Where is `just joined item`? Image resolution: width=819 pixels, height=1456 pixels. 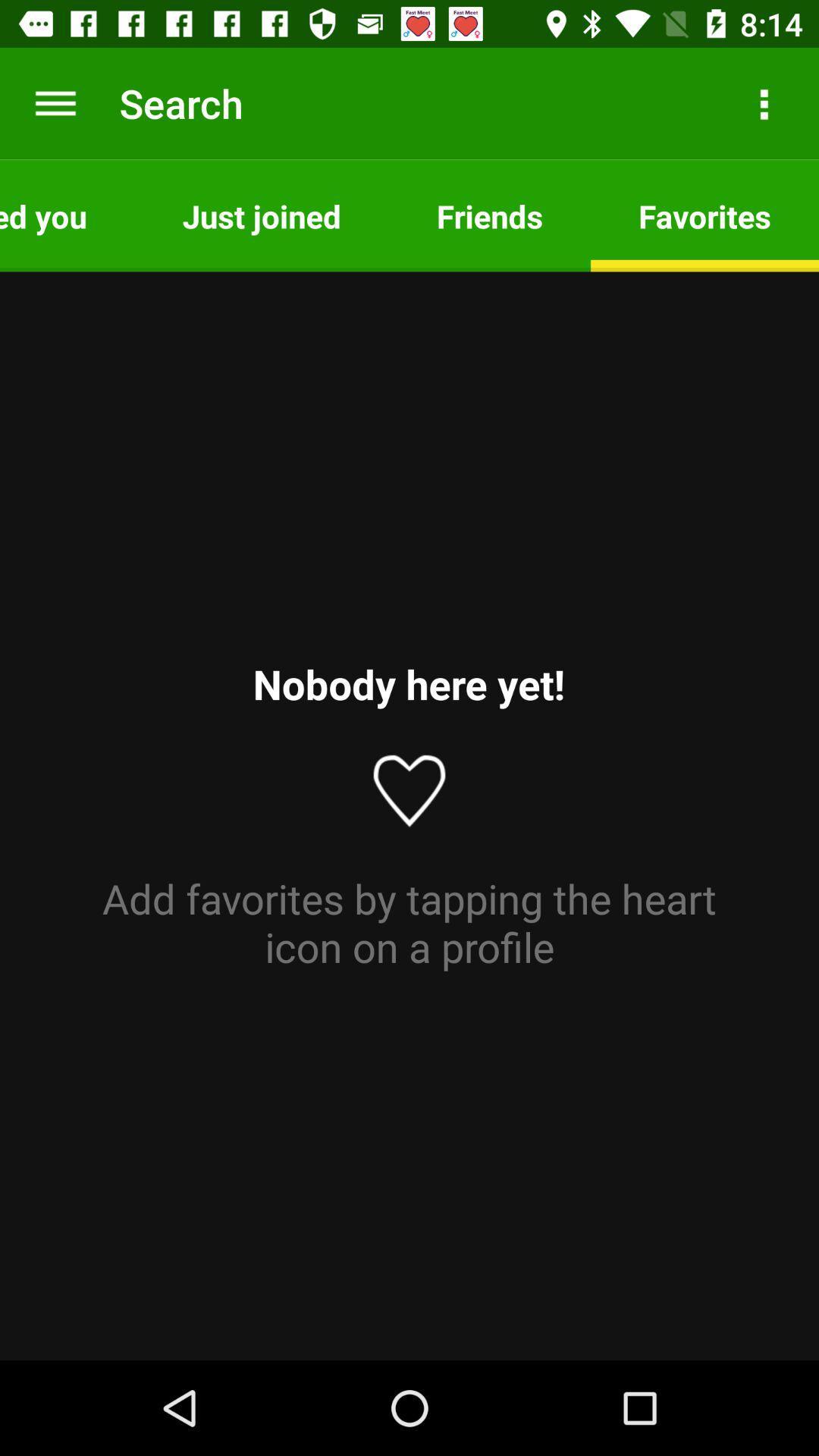 just joined item is located at coordinates (261, 215).